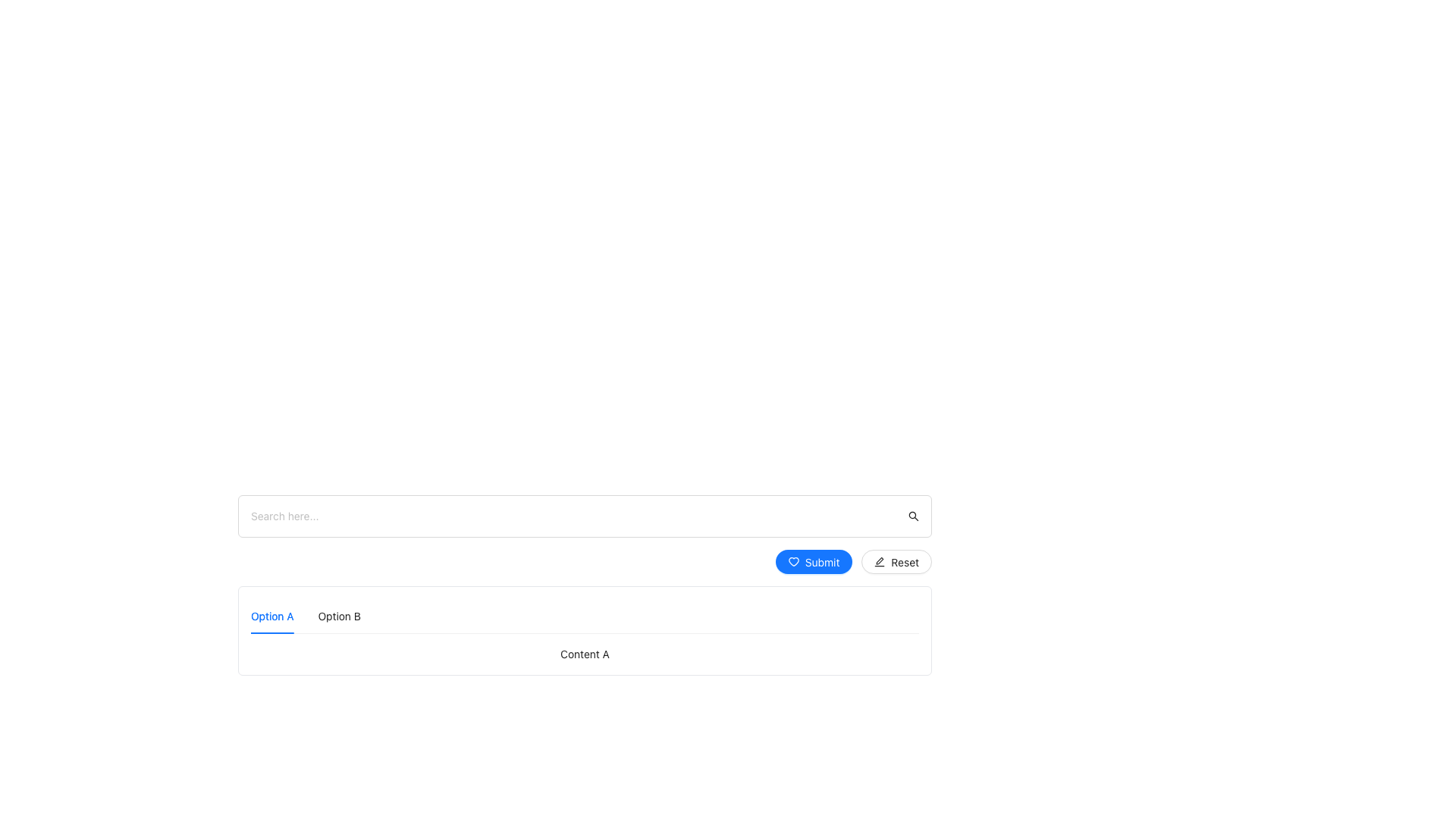 The width and height of the screenshot is (1456, 819). What do you see at coordinates (880, 562) in the screenshot?
I see `the pencil-shaped edit icon located at the bottom-right corner of the interface` at bounding box center [880, 562].